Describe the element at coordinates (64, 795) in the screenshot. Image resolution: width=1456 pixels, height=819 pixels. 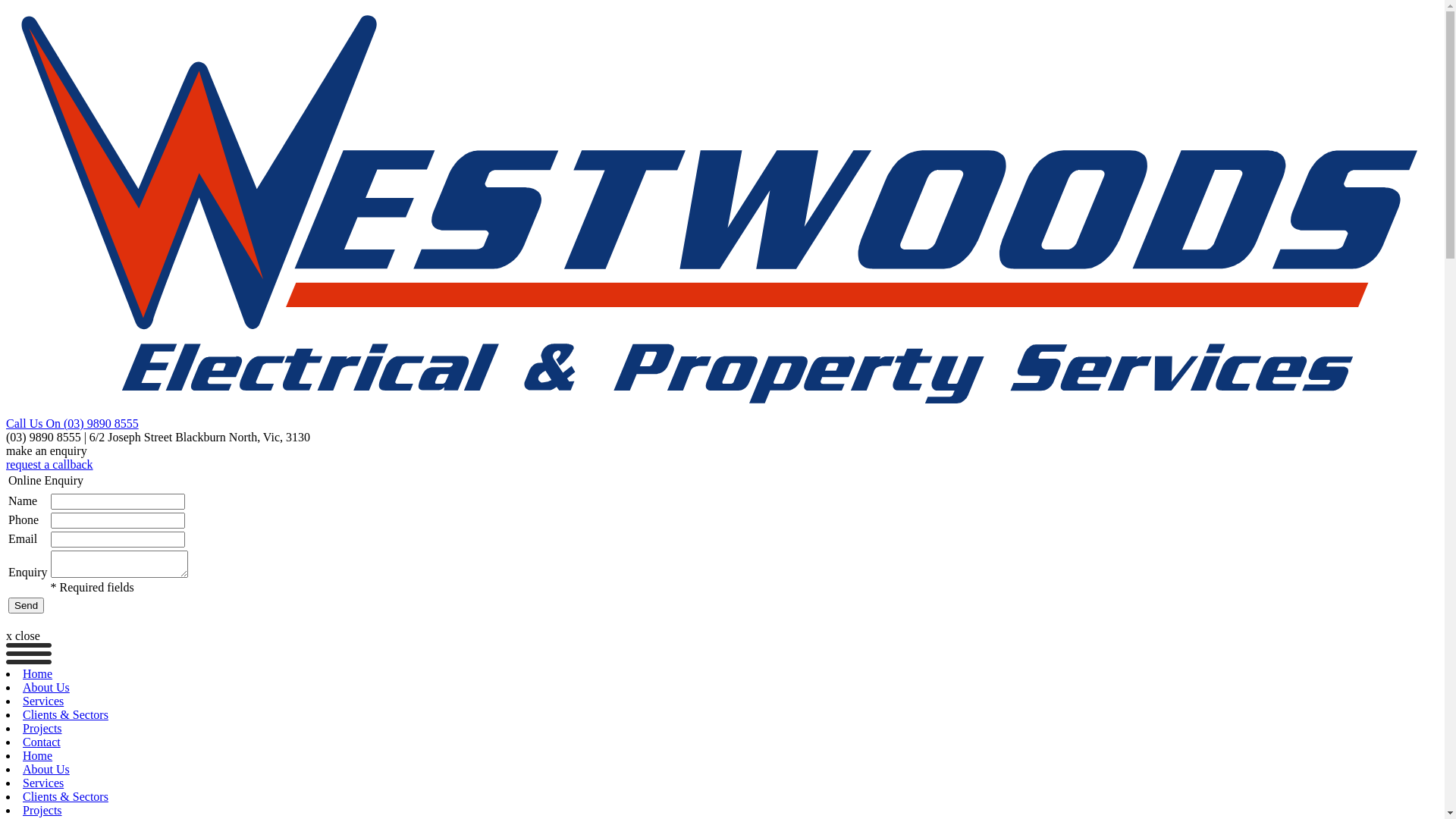
I see `'Clients & Sectors'` at that location.